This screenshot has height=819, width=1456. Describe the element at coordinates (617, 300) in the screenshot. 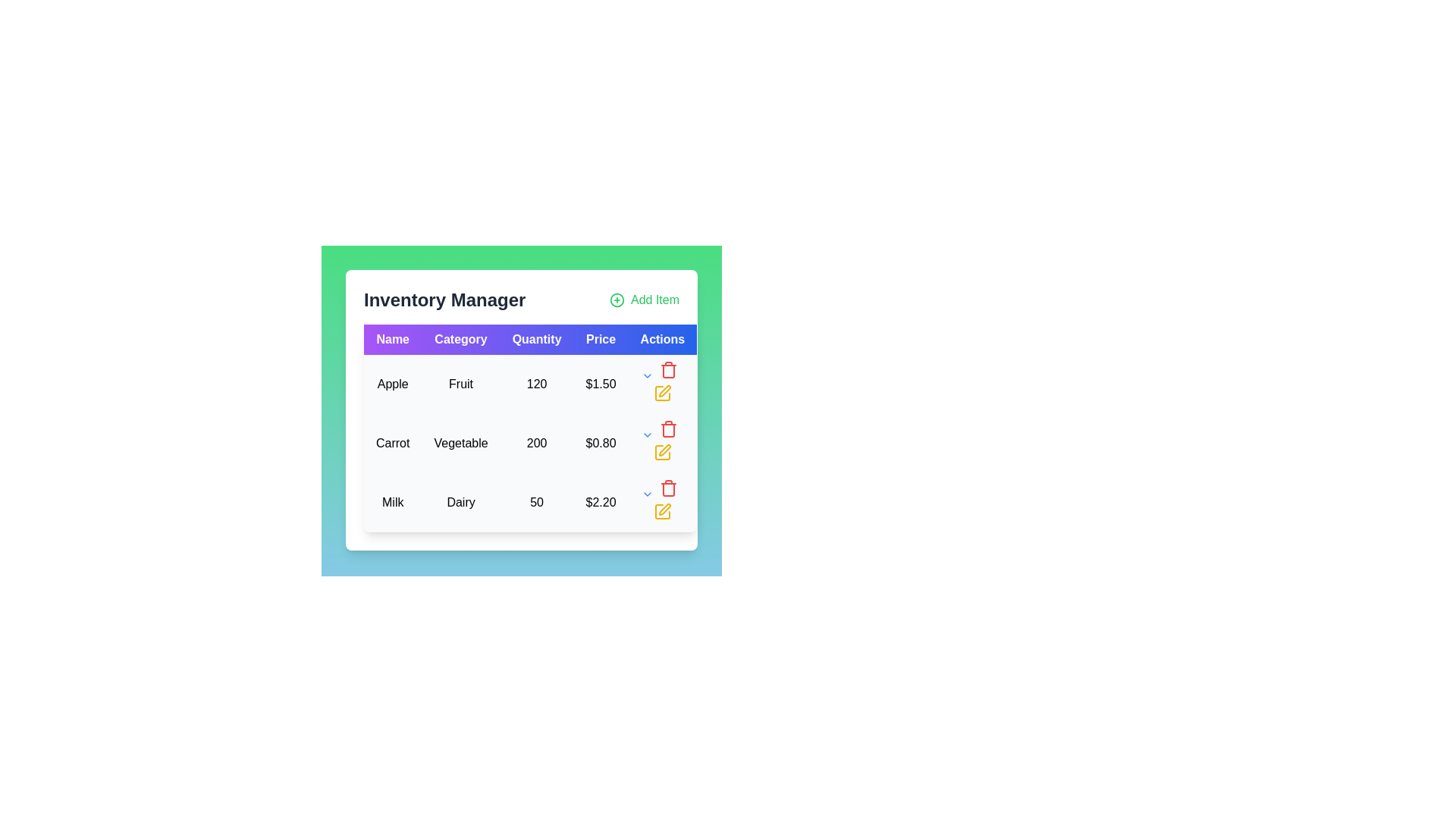

I see `the circular icon with a plus sign inside it, located to the left of the 'Add Item' text label at the top-right corner of the interface` at that location.